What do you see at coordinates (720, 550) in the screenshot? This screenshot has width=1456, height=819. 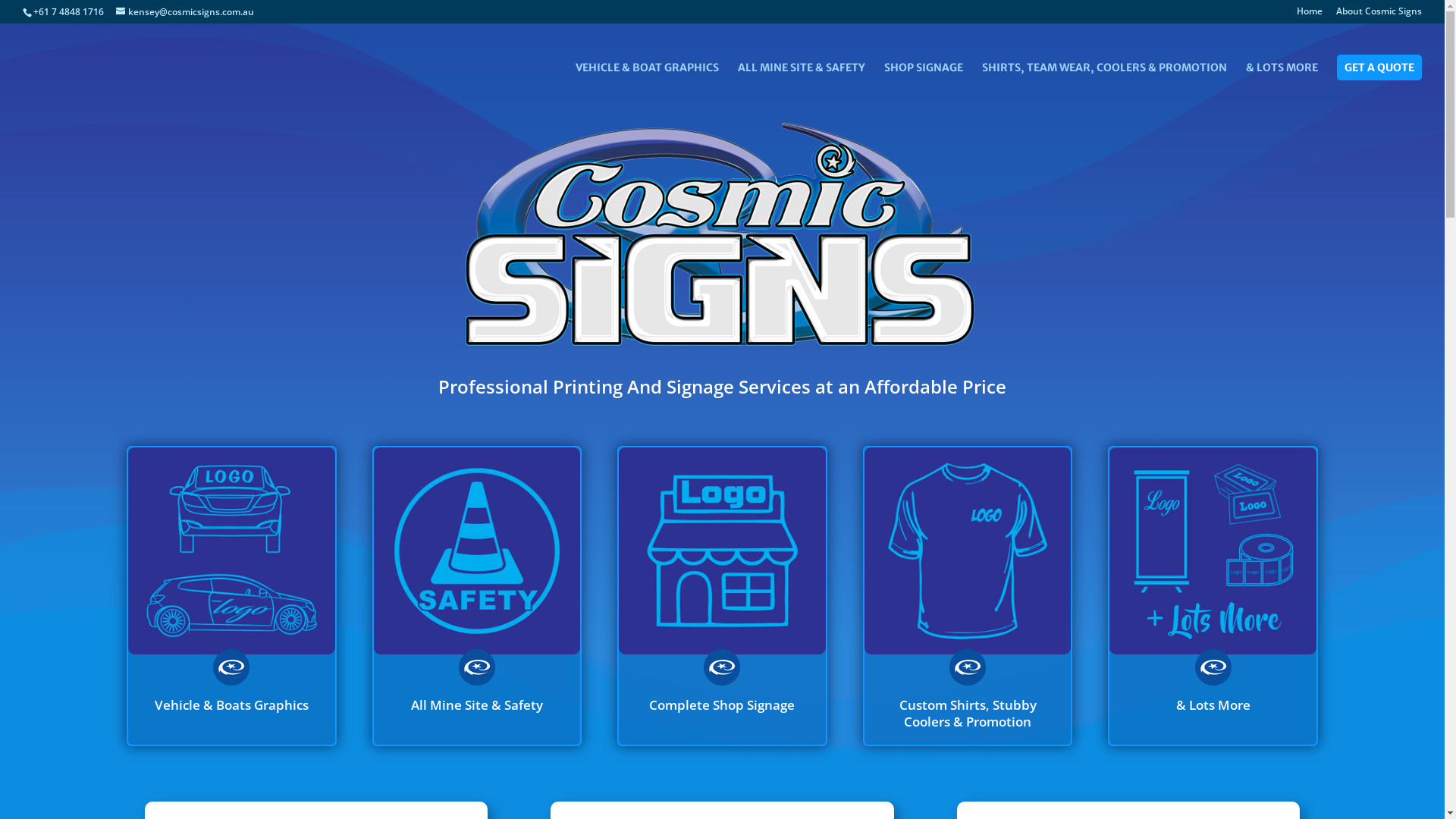 I see `'COSMIC-ICON-Shop-Signage'` at bounding box center [720, 550].